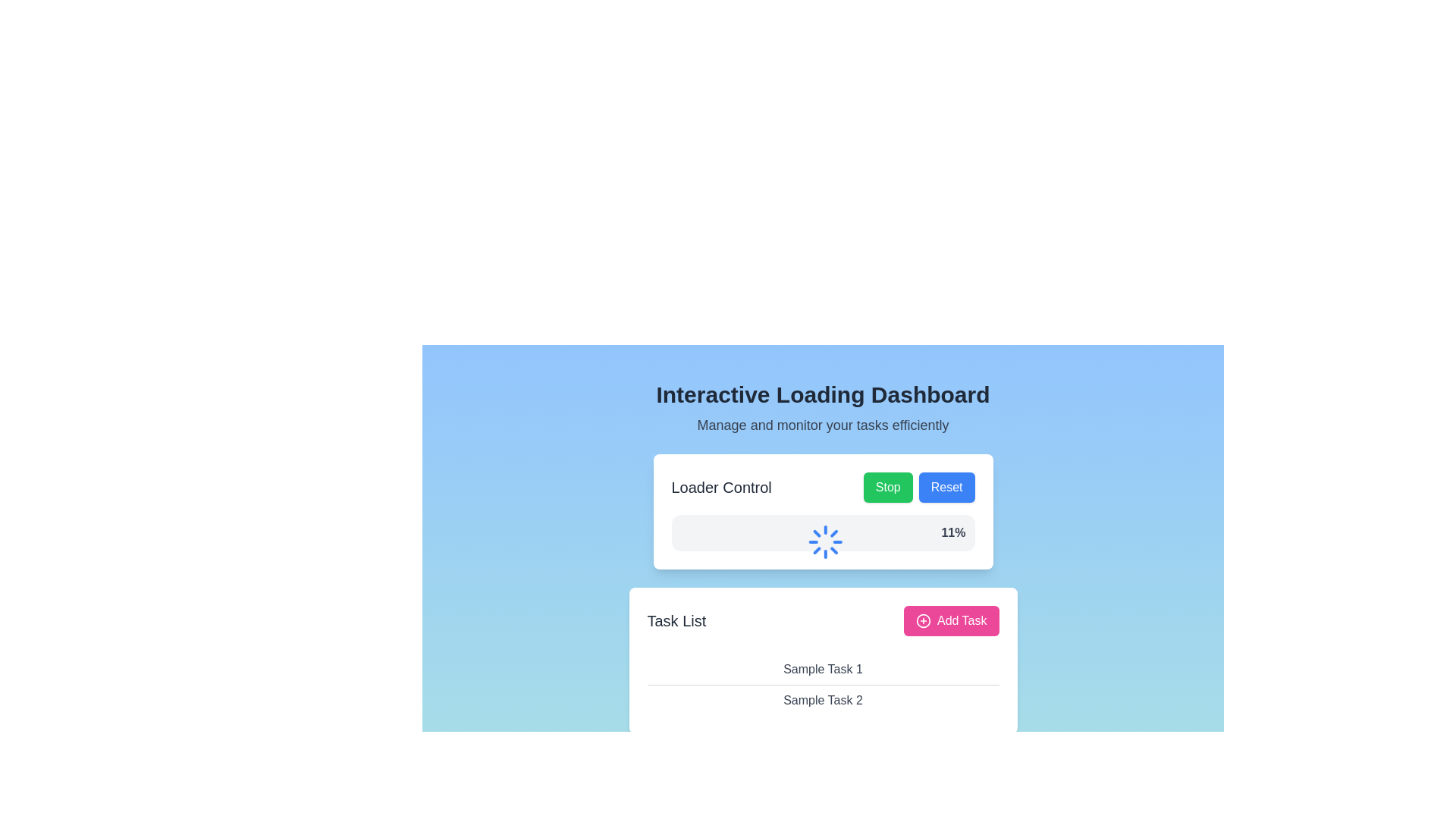 This screenshot has width=1456, height=819. Describe the element at coordinates (822, 488) in the screenshot. I see `the 'Reset' button in the Control bar labeled 'Loader Control', which has a blue background, located at the top section of the panel` at that location.